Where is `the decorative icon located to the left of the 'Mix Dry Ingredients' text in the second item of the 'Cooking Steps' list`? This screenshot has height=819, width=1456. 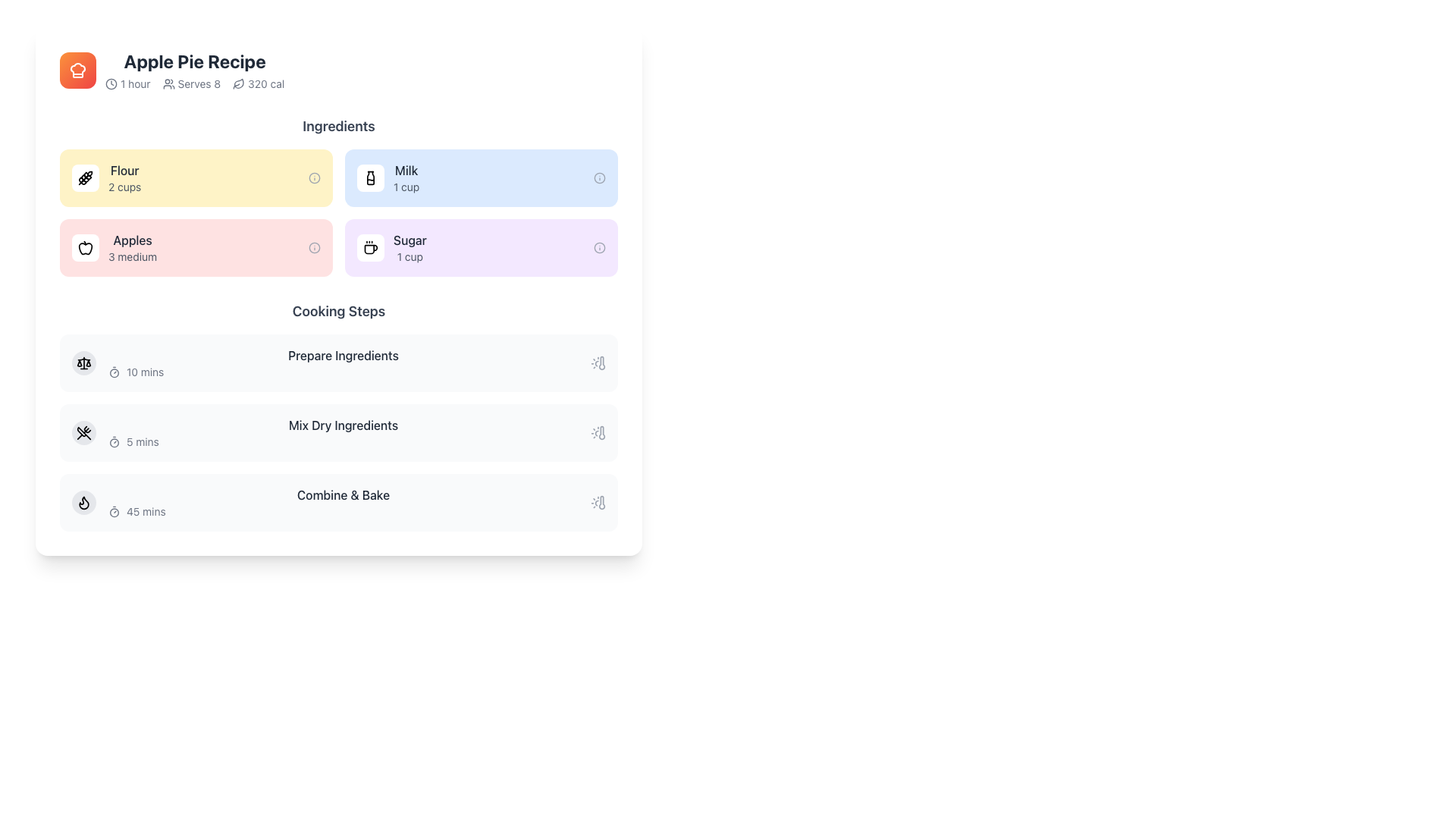 the decorative icon located to the left of the 'Mix Dry Ingredients' text in the second item of the 'Cooking Steps' list is located at coordinates (83, 432).